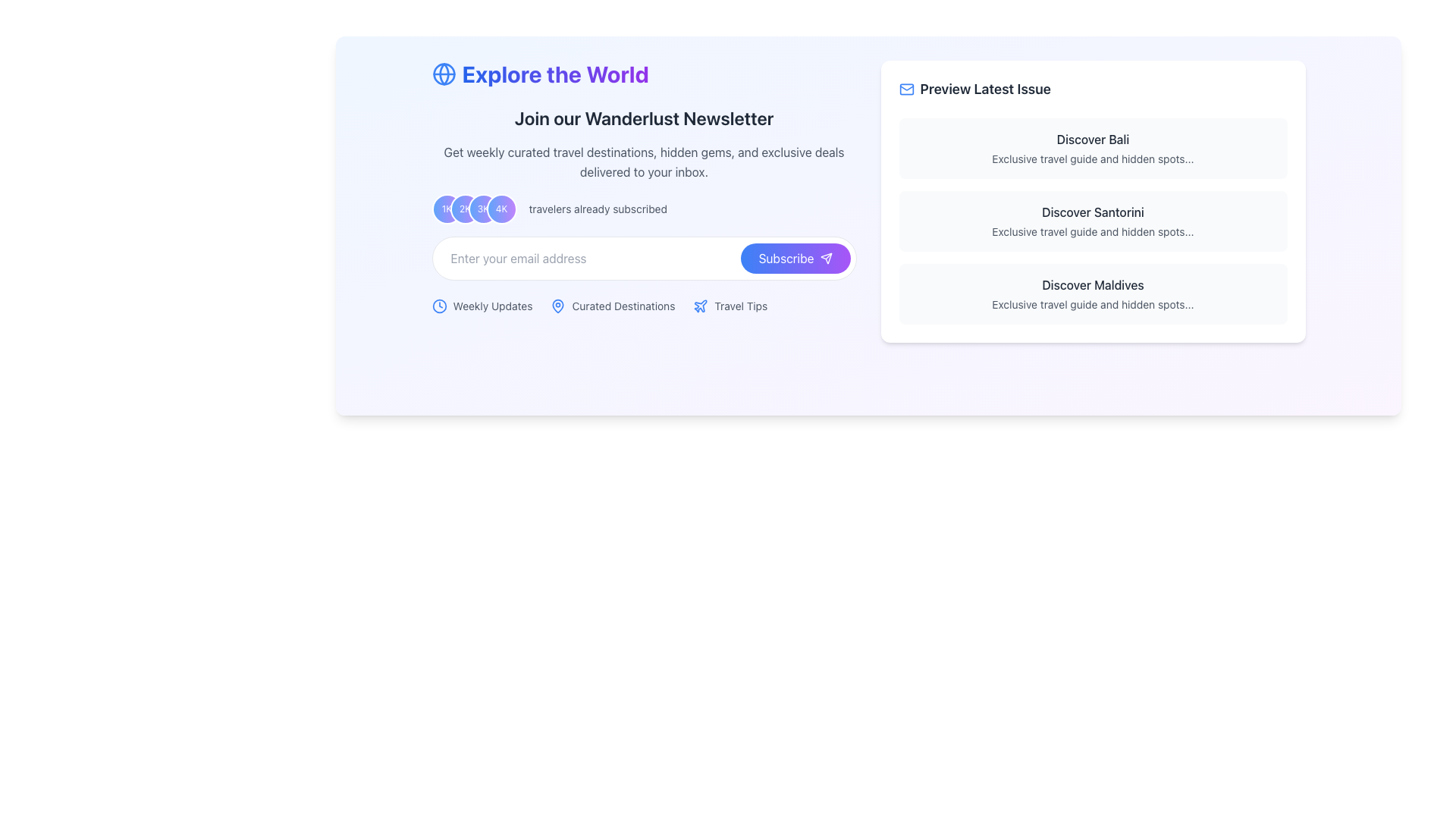  Describe the element at coordinates (644, 74) in the screenshot. I see `the Title with Icon that features a round globe icon and the text 'Explore the World', which is styled with a gradient from blue to purple` at that location.